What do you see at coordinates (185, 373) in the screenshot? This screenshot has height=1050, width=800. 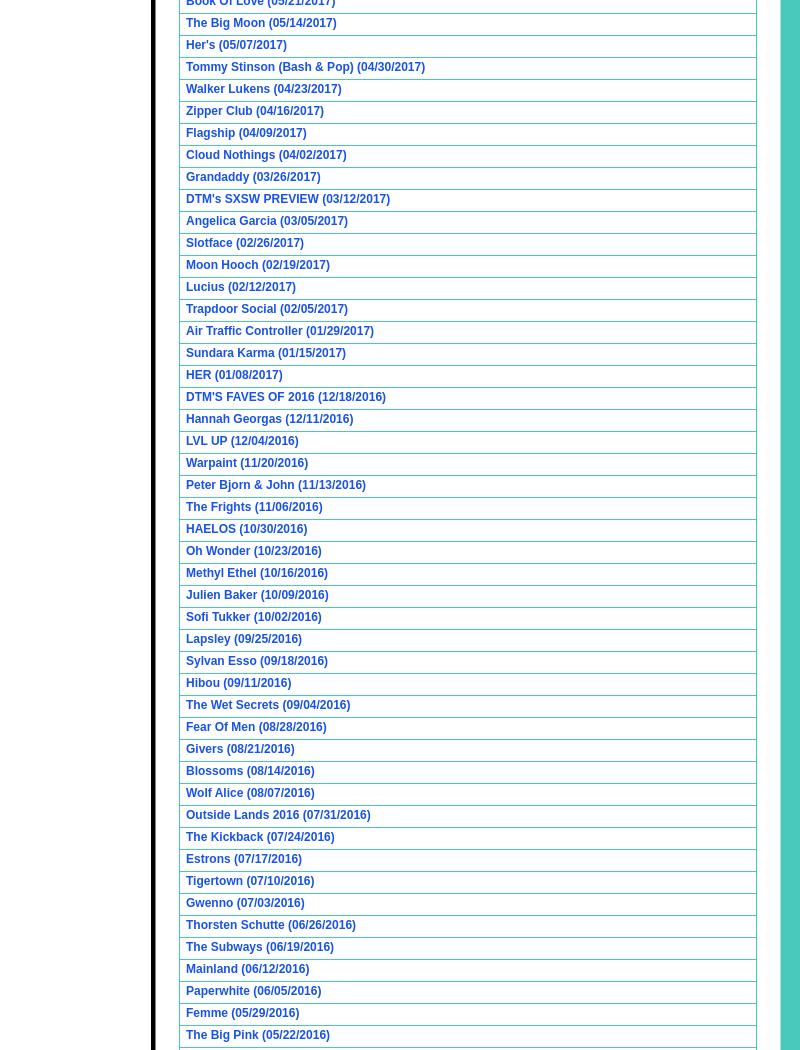 I see `'HER (01/08/2017)'` at bounding box center [185, 373].